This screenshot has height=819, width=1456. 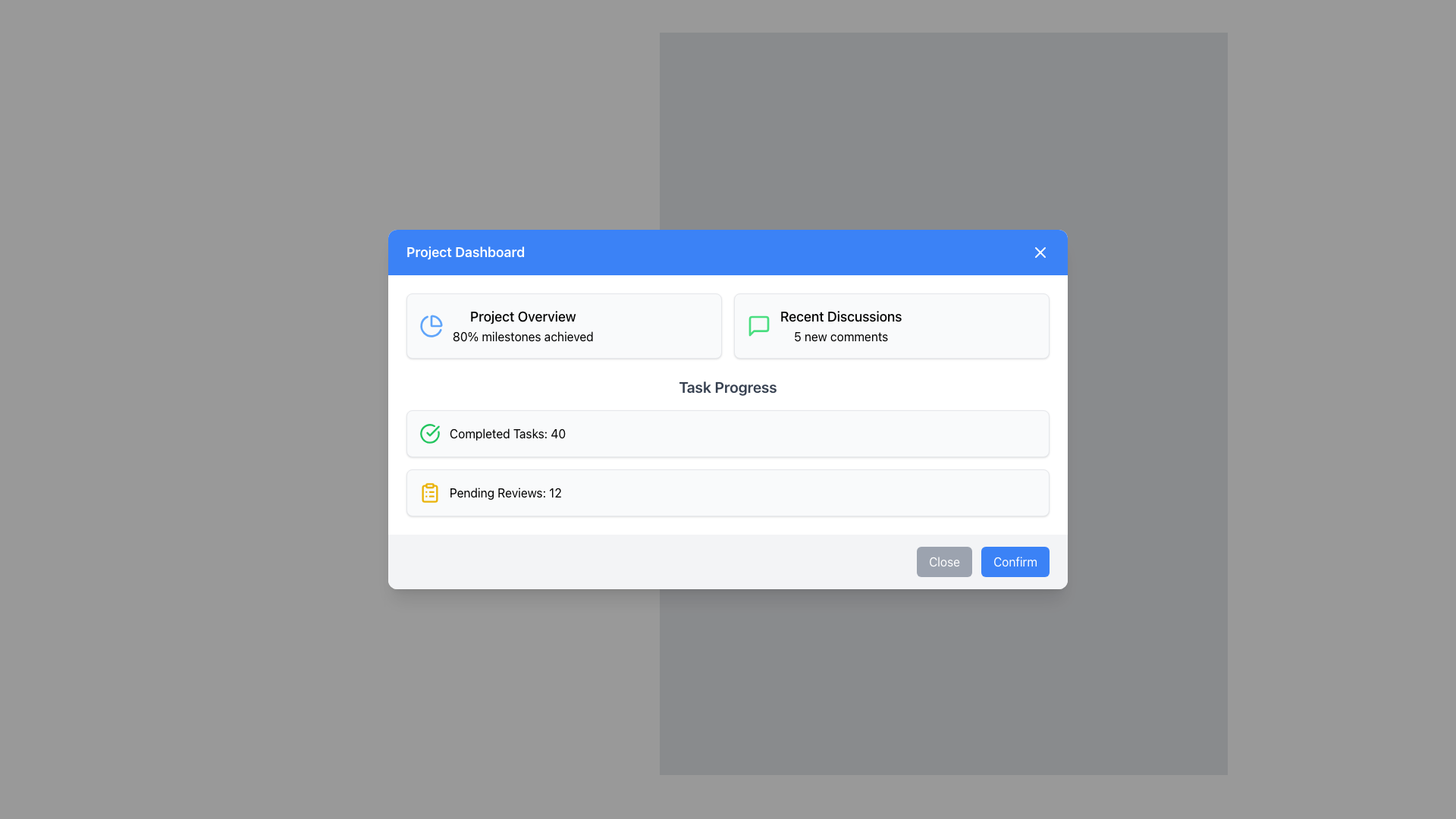 What do you see at coordinates (431, 325) in the screenshot?
I see `the pie chart icon with a blue stroke color located in the 'Project Overview' section of the 'Project Dashboard', positioned to the left of the text 'Project Overview'` at bounding box center [431, 325].